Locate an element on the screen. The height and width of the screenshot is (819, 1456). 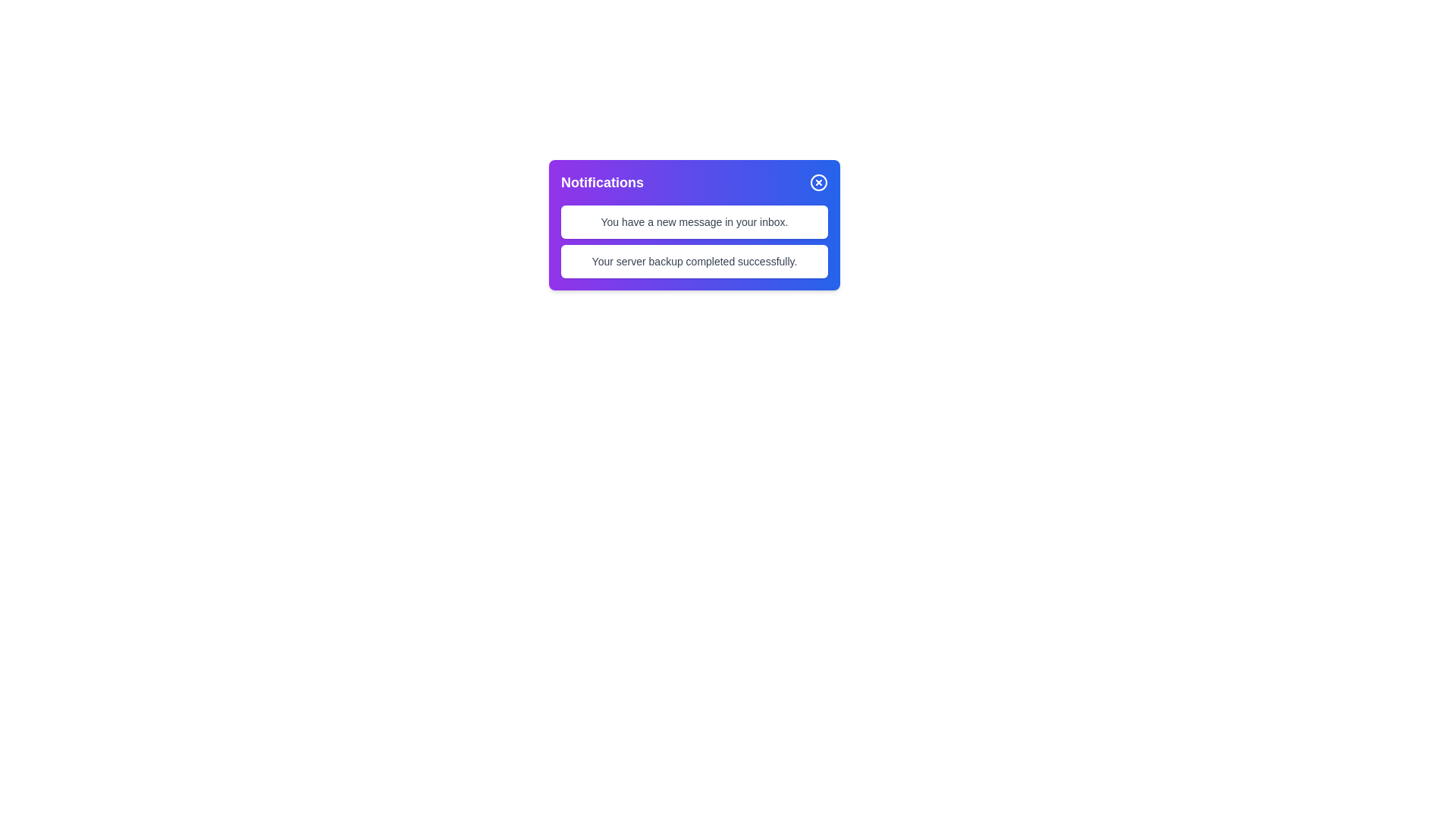
the 'Notifications' text label, which is a bold, white label on a gradient purple background, located in the upper-left part of the notification panel is located at coordinates (601, 181).